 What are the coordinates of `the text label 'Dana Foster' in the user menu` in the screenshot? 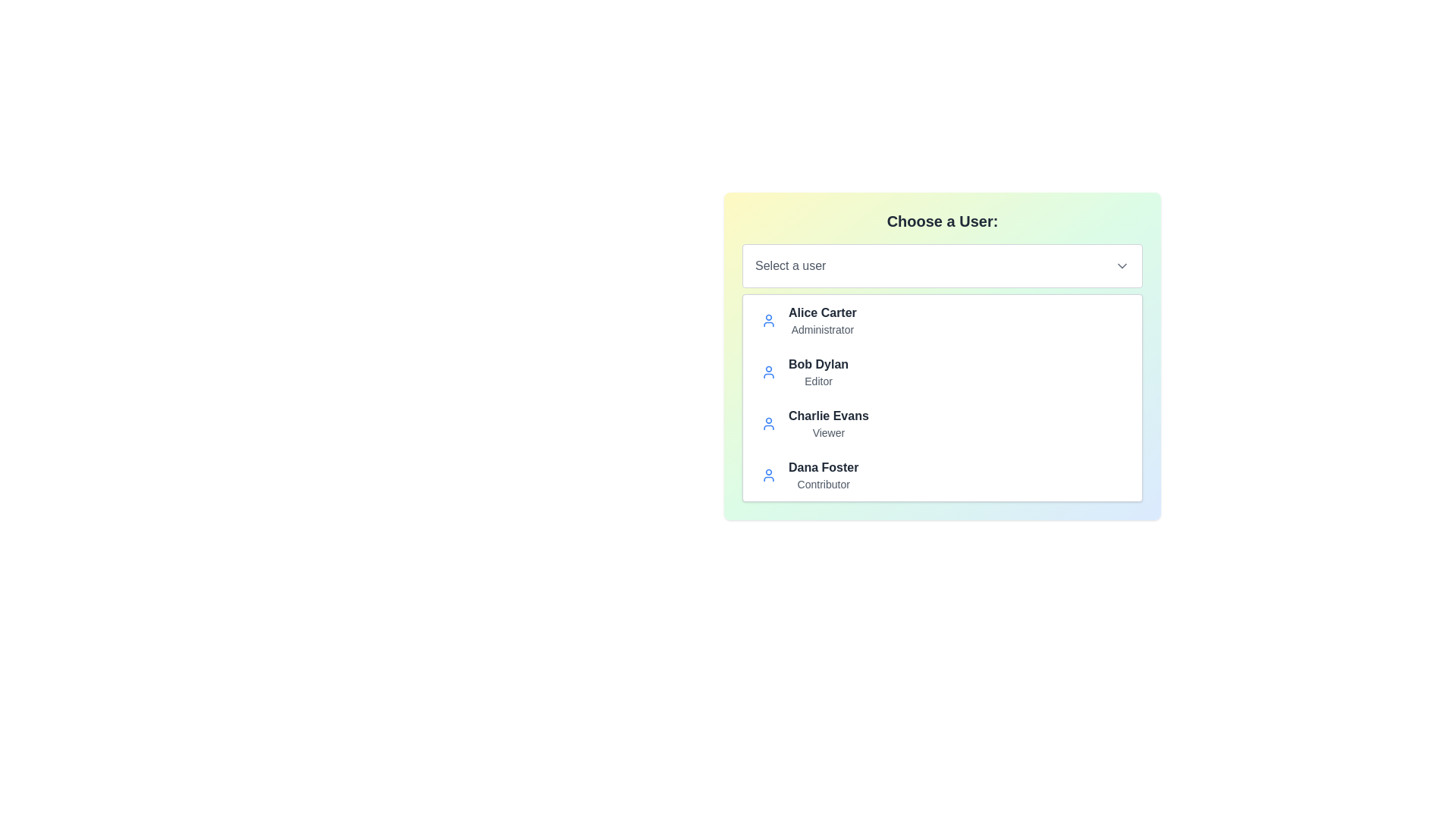 It's located at (823, 467).